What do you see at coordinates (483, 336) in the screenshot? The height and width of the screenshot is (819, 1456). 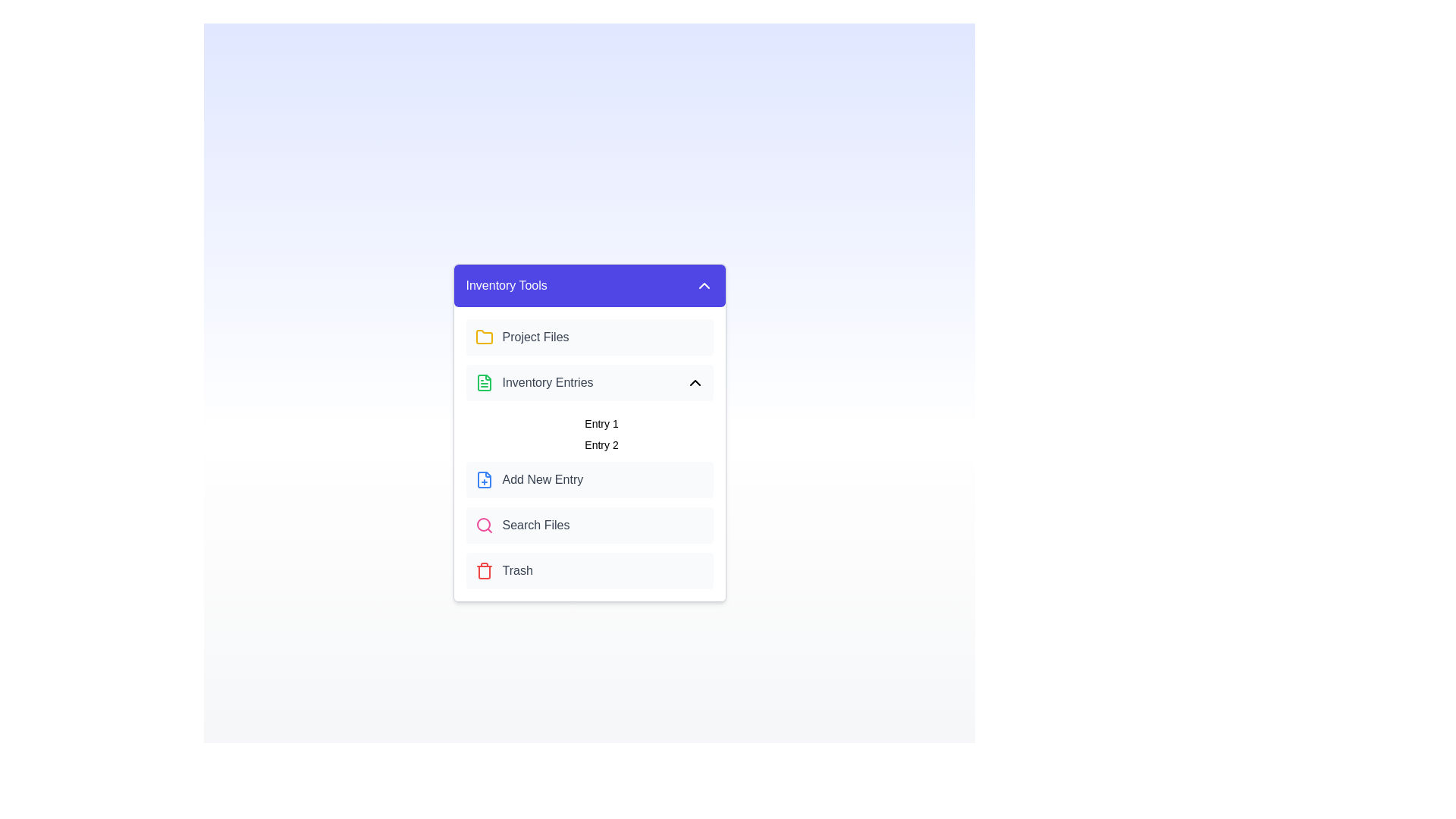 I see `the yellow folder icon with rounded edges, part of the 'Project Files' entry` at bounding box center [483, 336].